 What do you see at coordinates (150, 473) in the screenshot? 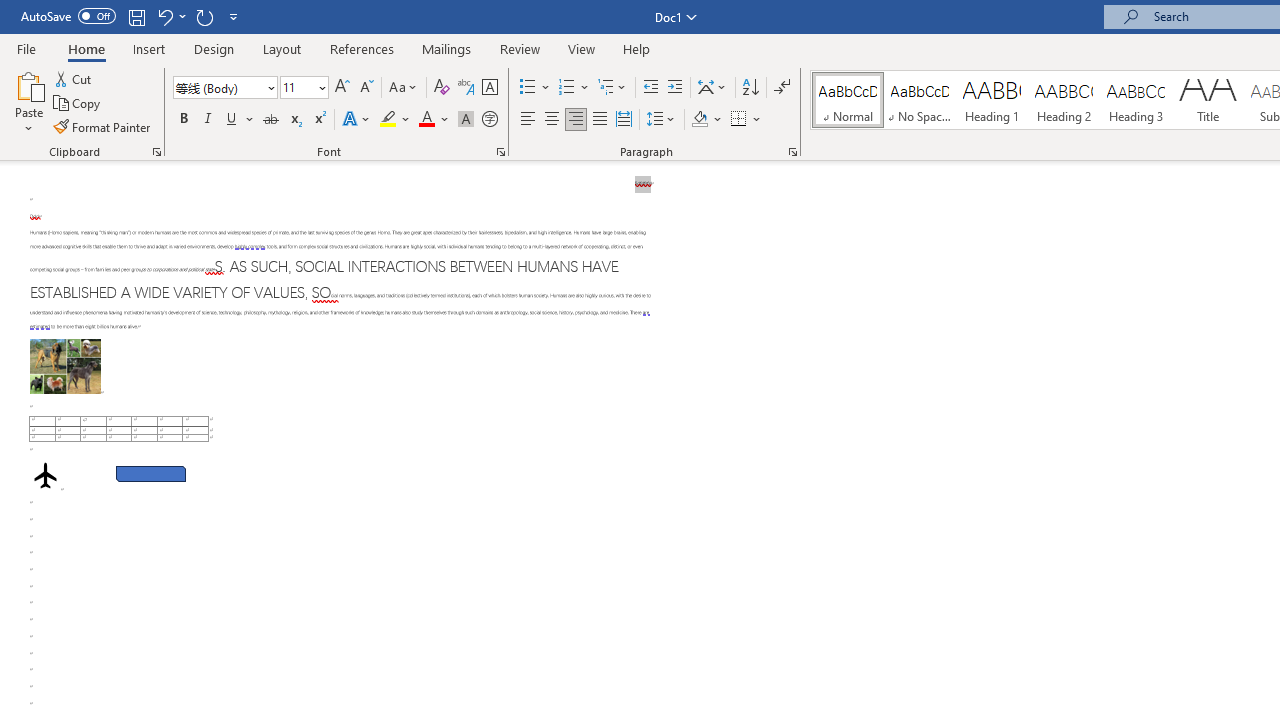
I see `'Rectangle: Diagonal Corners Snipped 2'` at bounding box center [150, 473].